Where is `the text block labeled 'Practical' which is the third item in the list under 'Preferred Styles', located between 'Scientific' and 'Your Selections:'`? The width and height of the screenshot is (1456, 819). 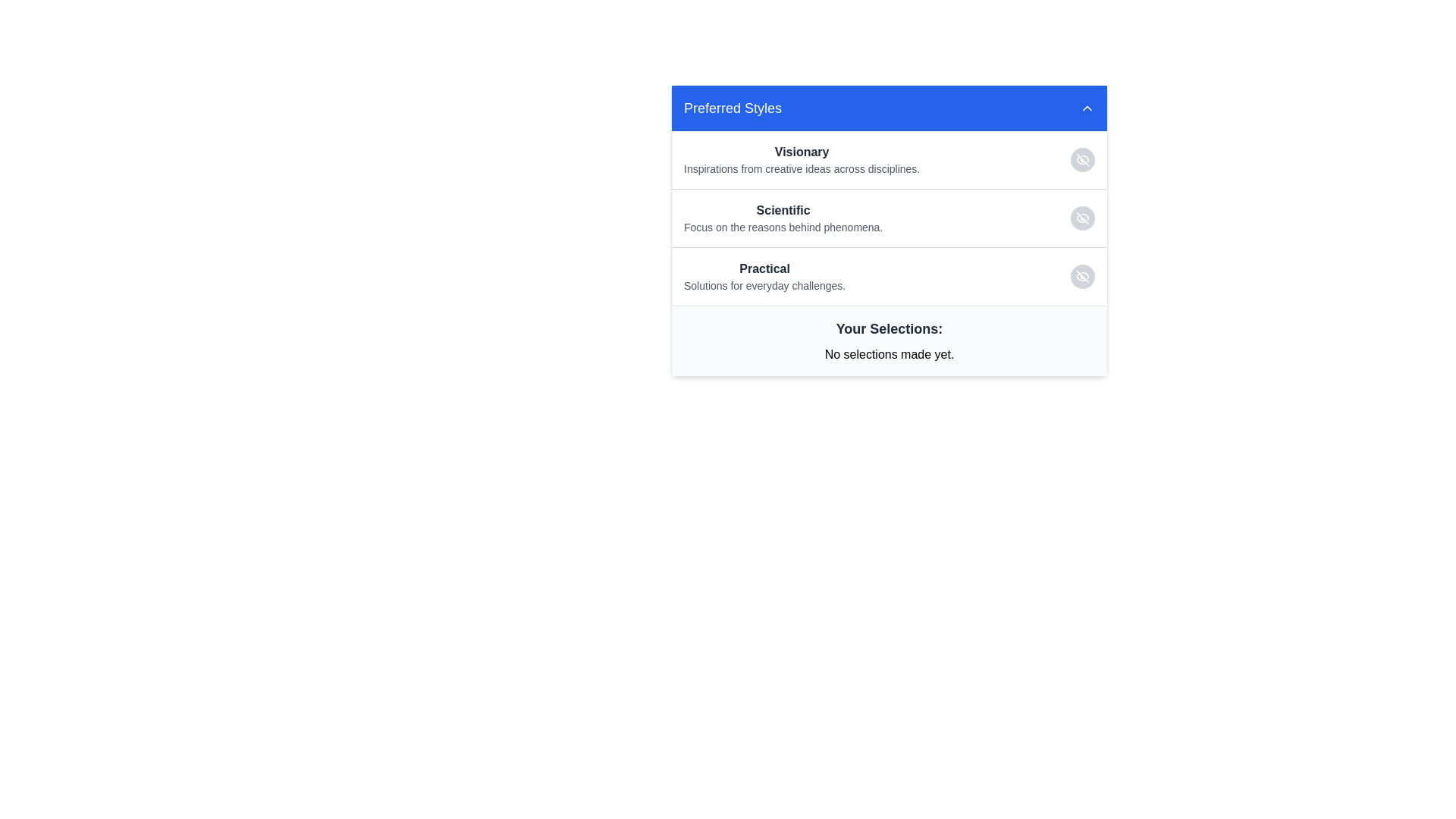
the text block labeled 'Practical' which is the third item in the list under 'Preferred Styles', located between 'Scientific' and 'Your Selections:' is located at coordinates (764, 277).